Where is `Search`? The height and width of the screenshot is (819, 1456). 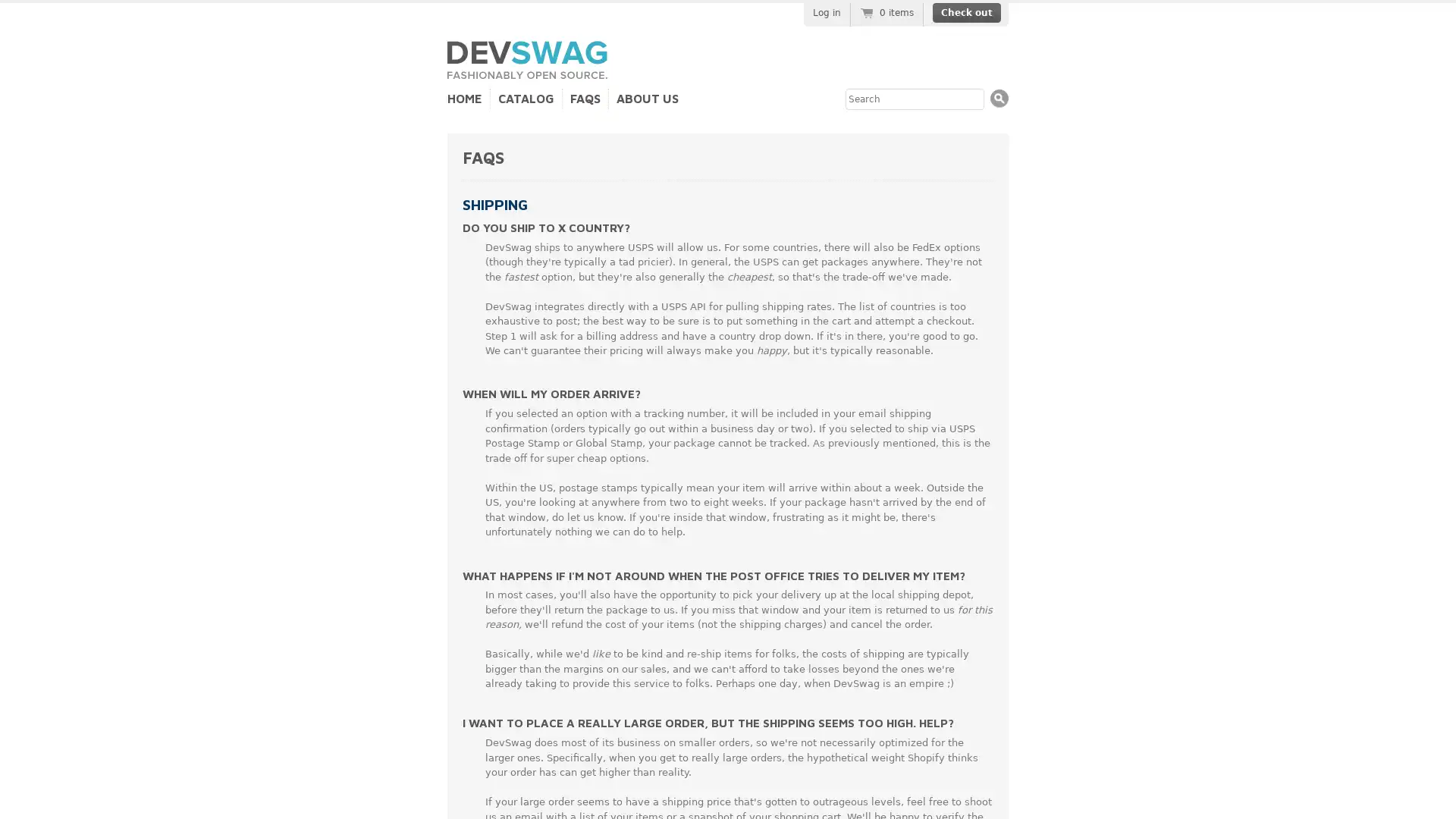 Search is located at coordinates (999, 98).